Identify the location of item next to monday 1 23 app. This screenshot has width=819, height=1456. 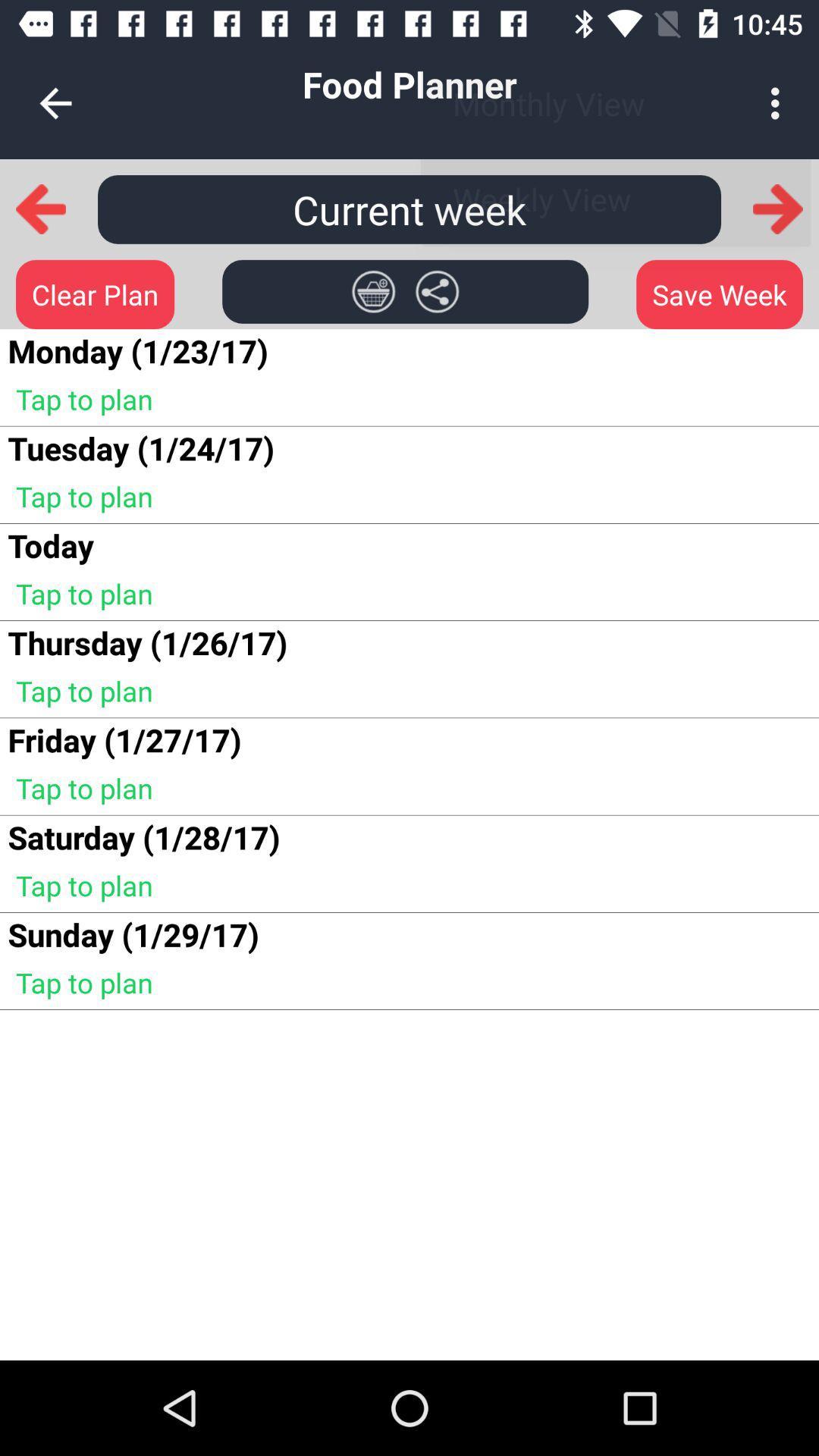
(373, 291).